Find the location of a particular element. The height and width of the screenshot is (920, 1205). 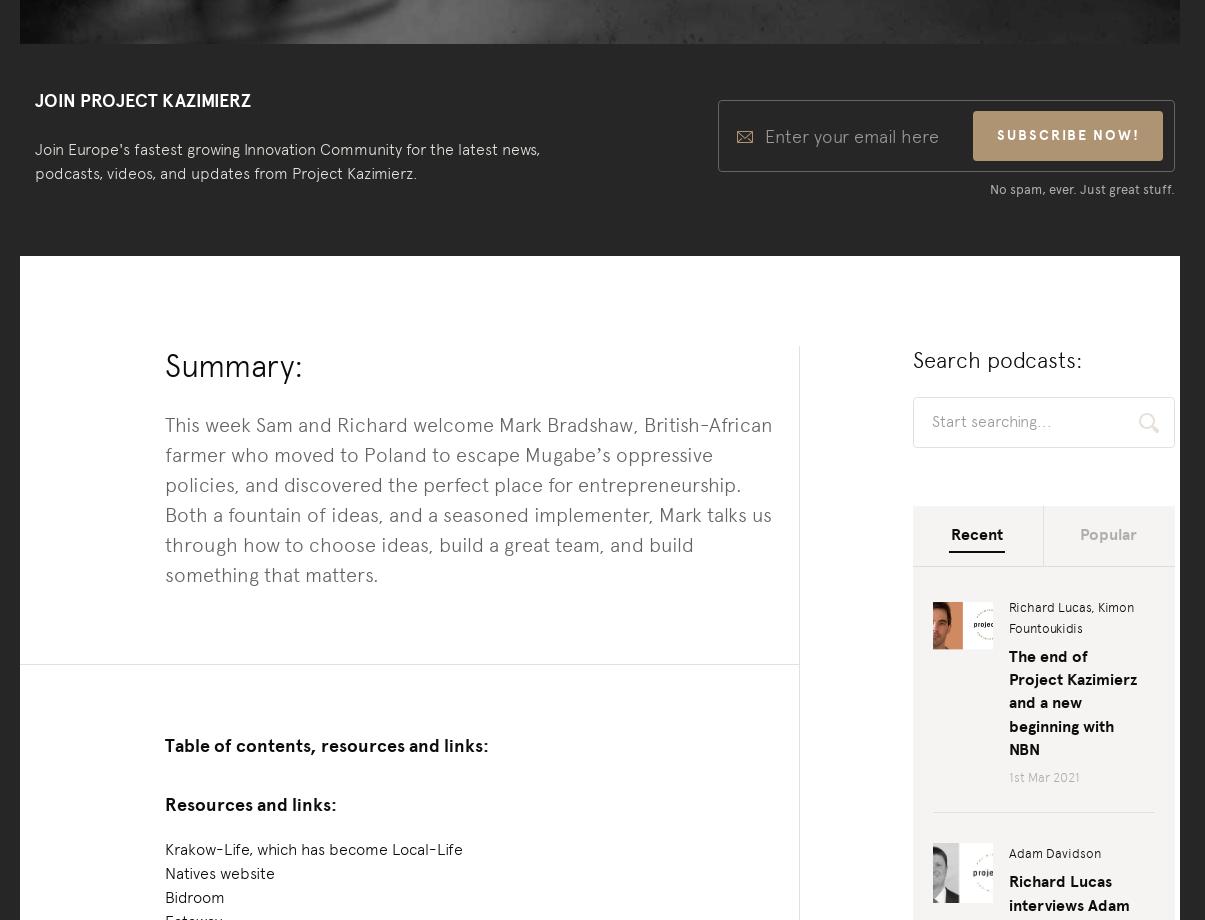

'This week Sam and Richard welcome Mark Bradshaw, British-African farmer who moved to Poland to escape Mugabe’s oppressive policies, and discovered the perfect place for entrepreneurship. Both a fountain of ideas, and a seasoned implementer, Mark talks us through how to choose ideas, build a great team, and build something that matters.' is located at coordinates (467, 499).